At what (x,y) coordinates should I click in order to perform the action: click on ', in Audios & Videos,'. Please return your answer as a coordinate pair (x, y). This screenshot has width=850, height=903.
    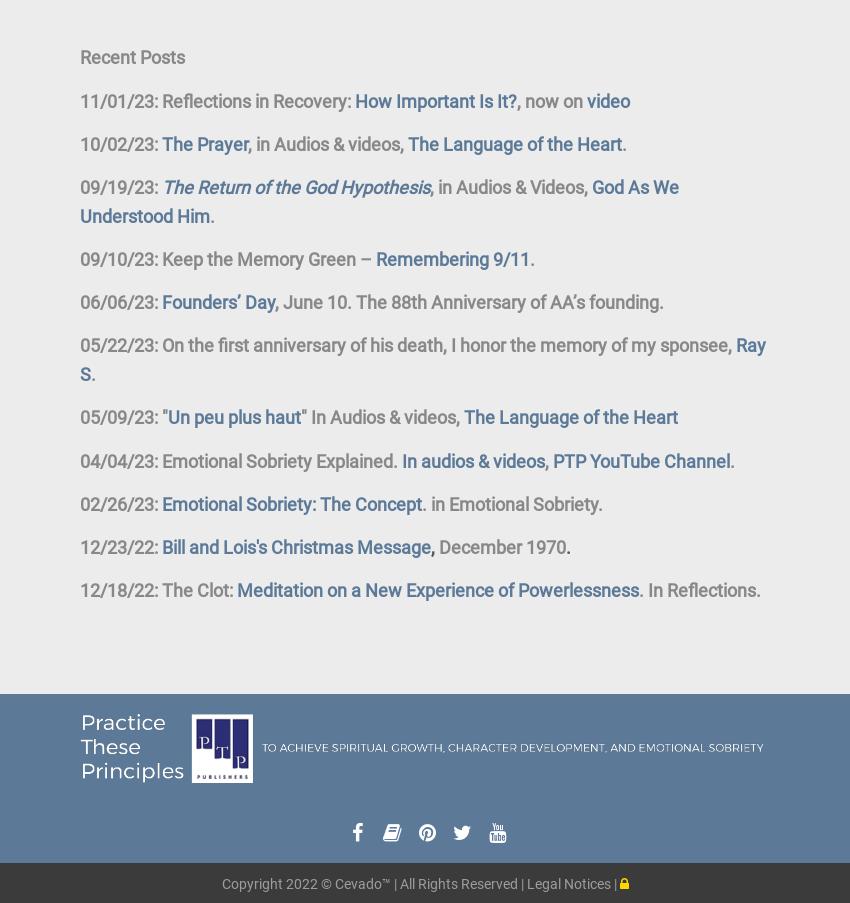
    Looking at the image, I should click on (510, 186).